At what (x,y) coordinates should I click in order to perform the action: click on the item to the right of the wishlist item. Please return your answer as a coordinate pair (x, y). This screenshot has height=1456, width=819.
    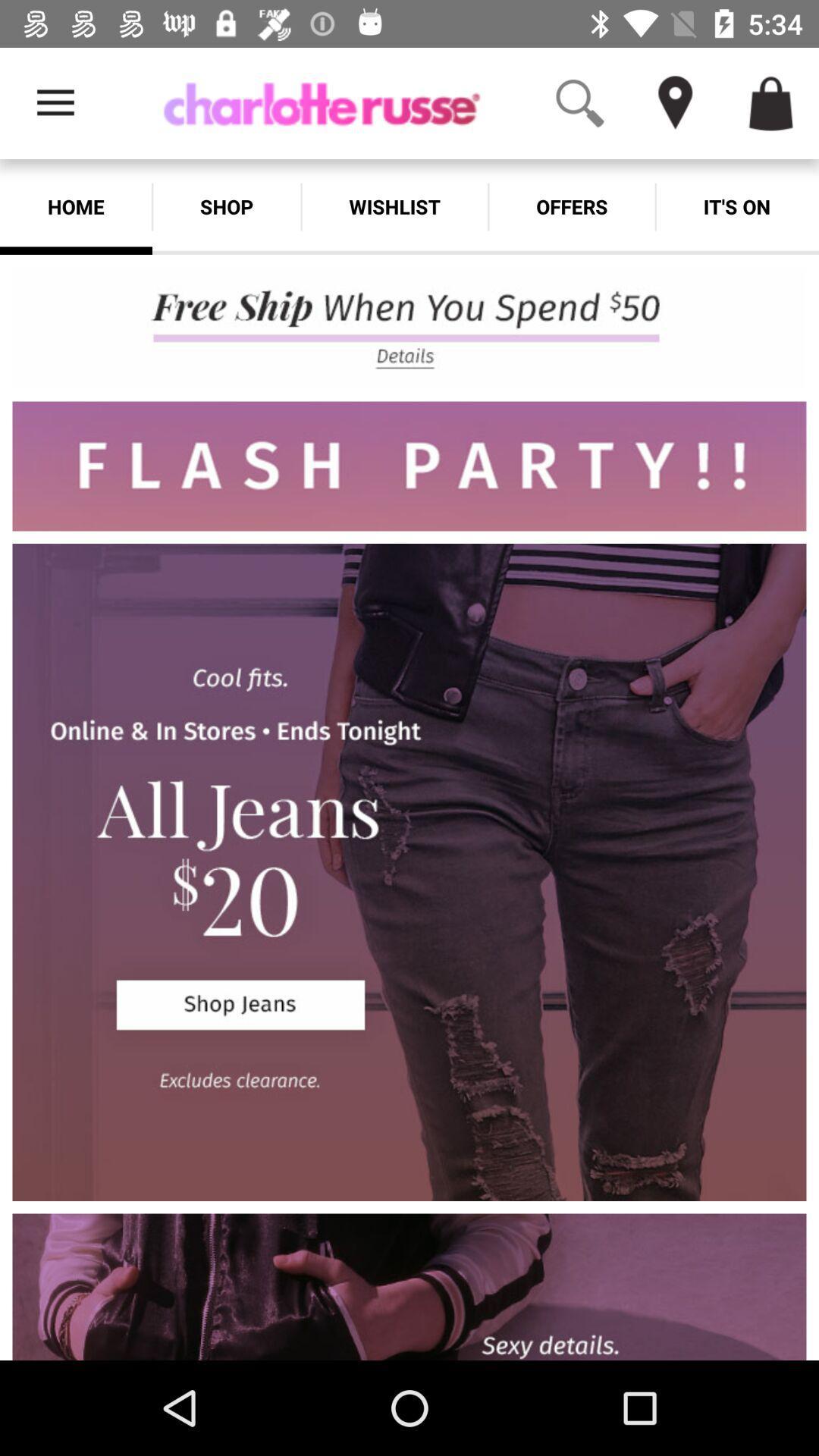
    Looking at the image, I should click on (572, 206).